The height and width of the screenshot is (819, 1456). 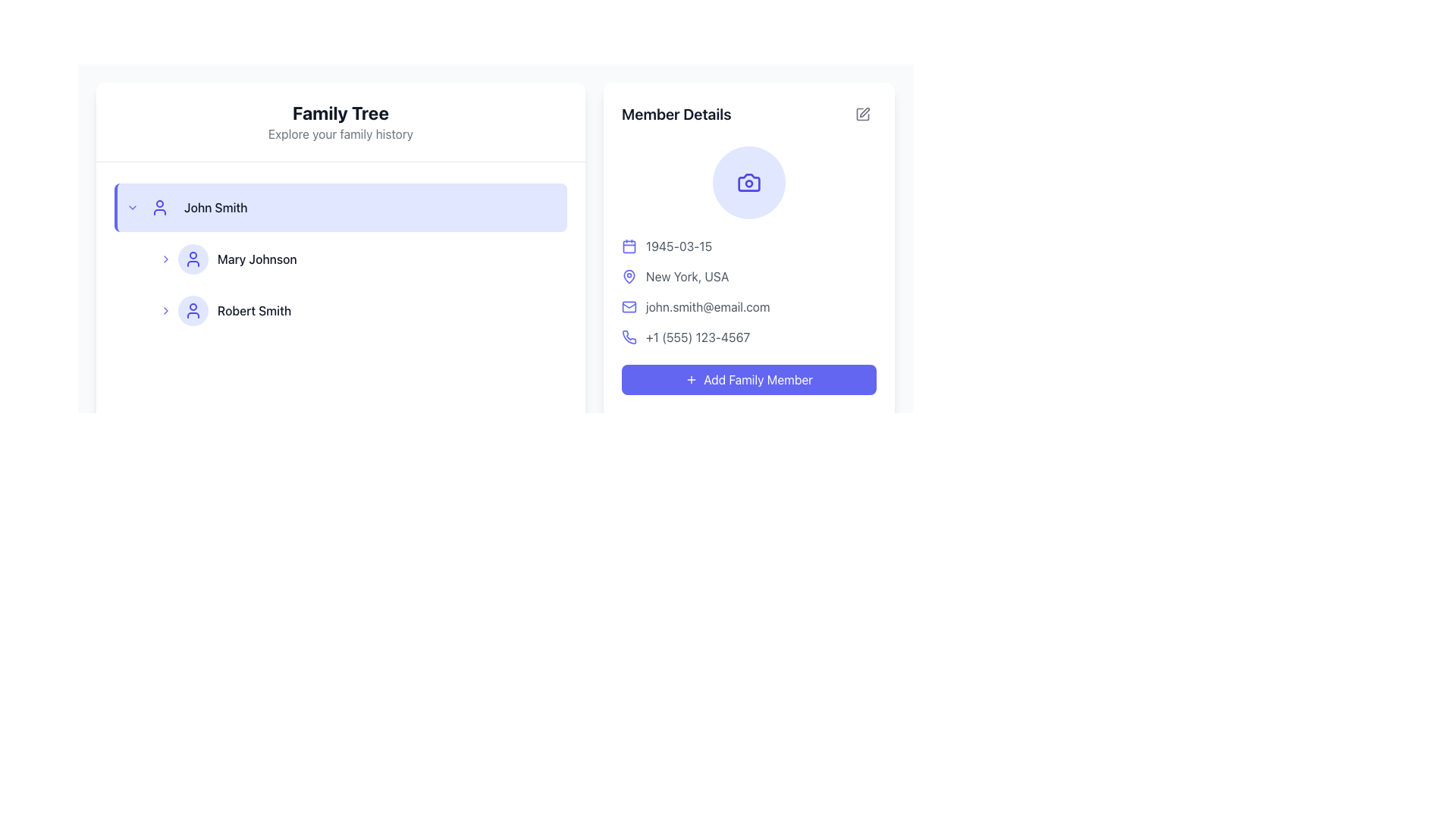 What do you see at coordinates (340, 133) in the screenshot?
I see `the text label displaying 'Explore your family history', which is styled in gray and located below the 'Family Tree' header in the left panel` at bounding box center [340, 133].